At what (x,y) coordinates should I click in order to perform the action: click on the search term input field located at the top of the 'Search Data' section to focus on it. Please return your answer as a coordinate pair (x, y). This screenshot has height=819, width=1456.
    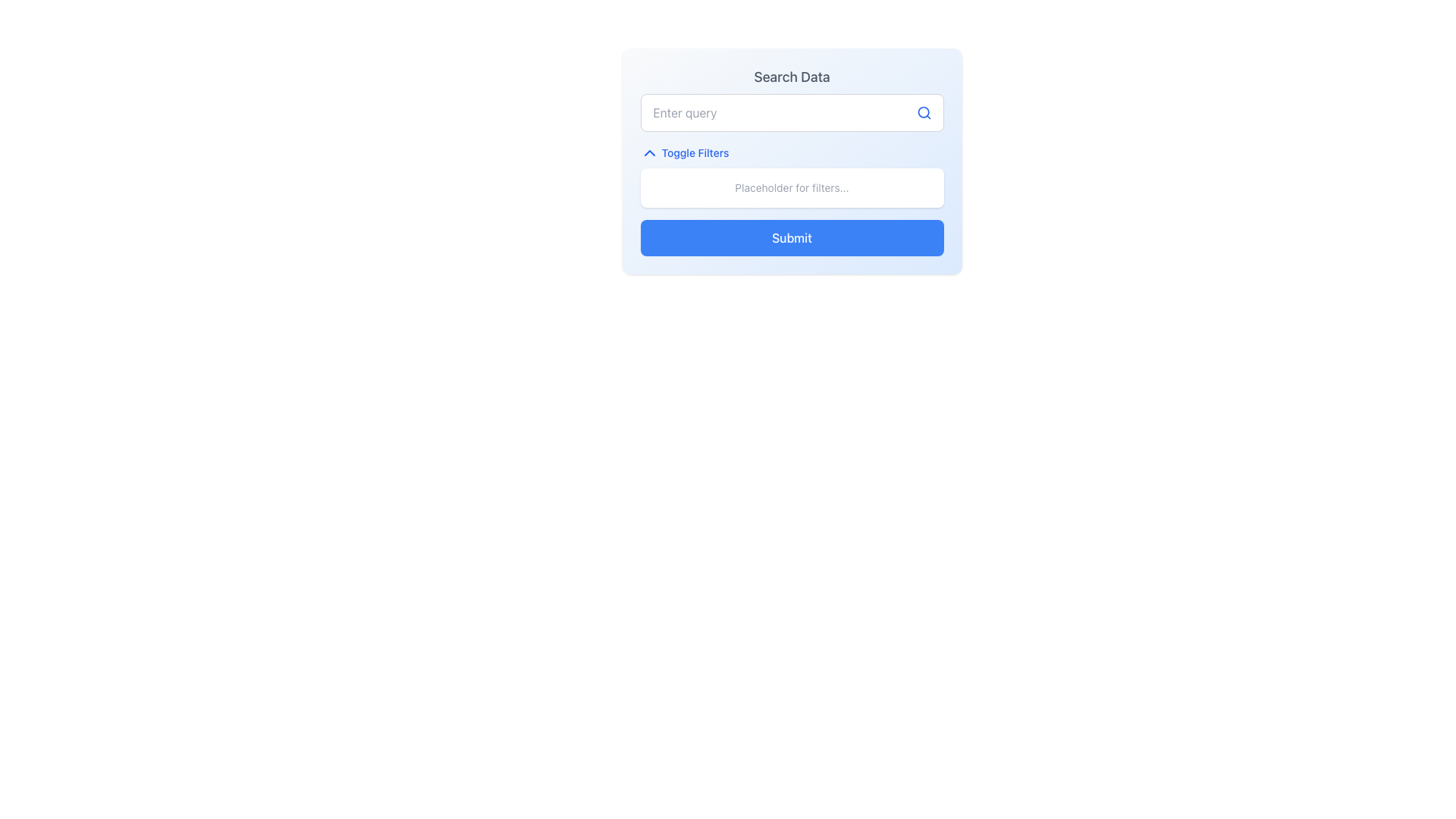
    Looking at the image, I should click on (791, 112).